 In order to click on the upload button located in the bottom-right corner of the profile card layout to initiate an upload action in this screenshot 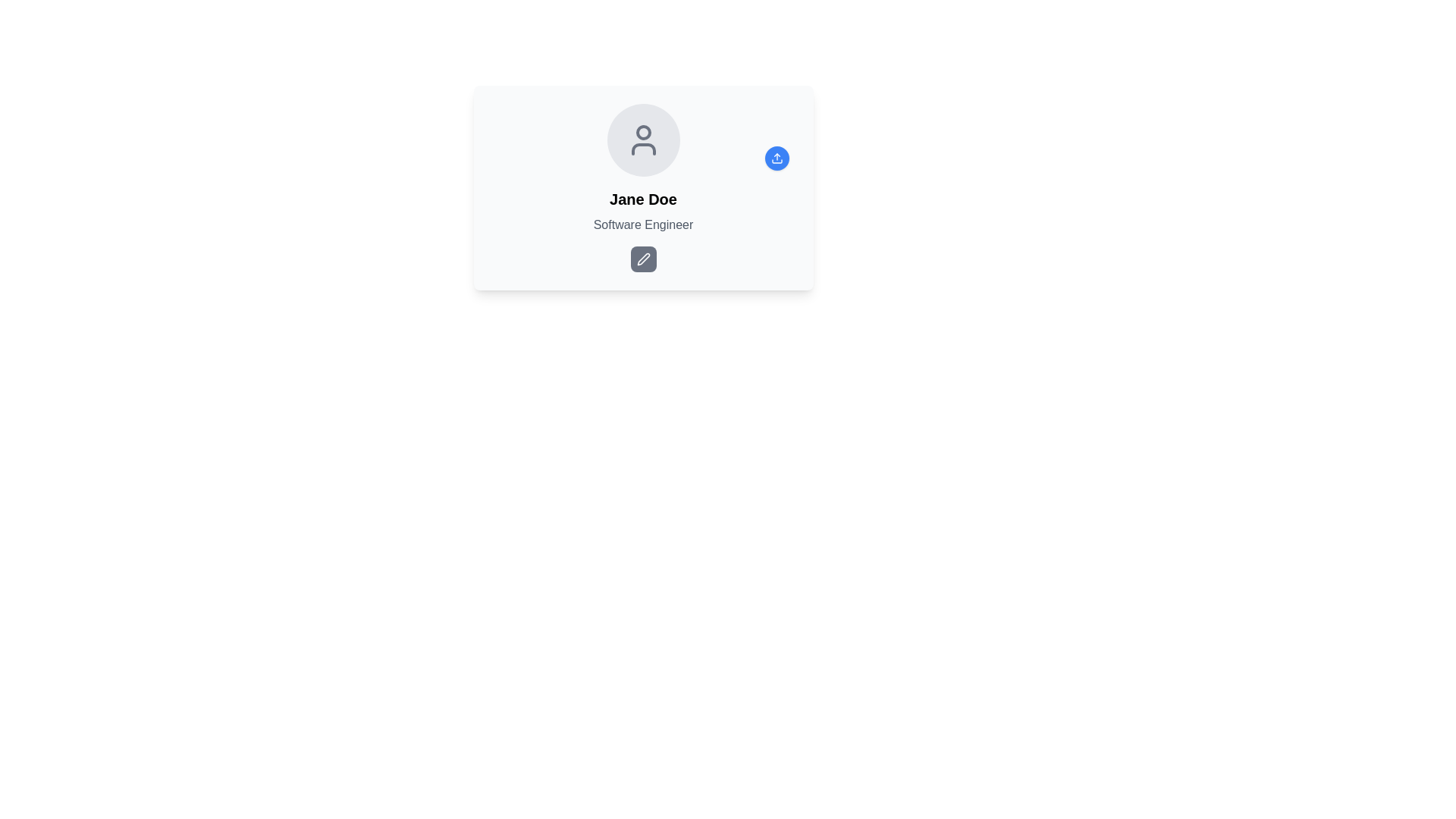, I will do `click(777, 158)`.